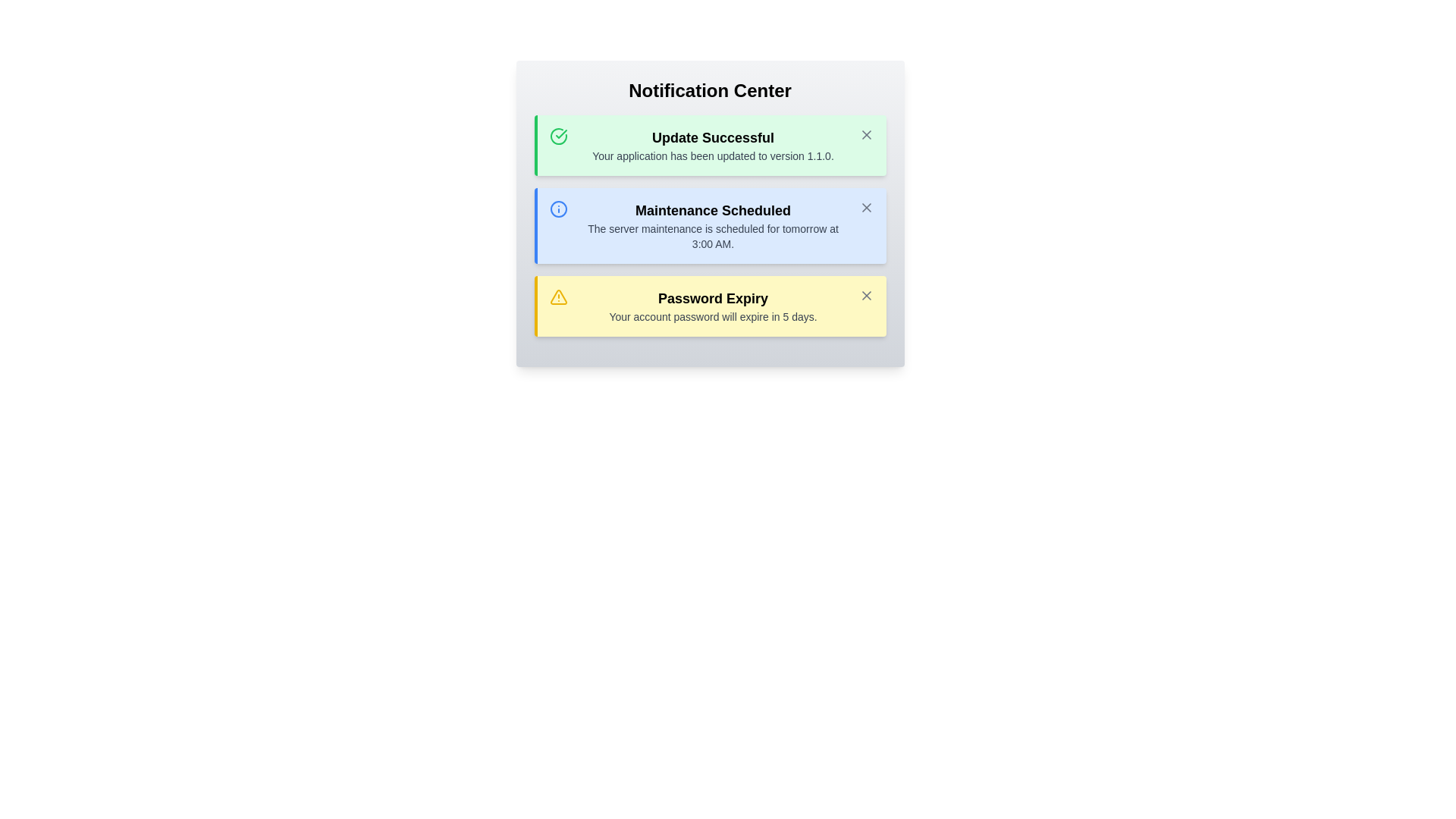  What do you see at coordinates (712, 137) in the screenshot?
I see `the 'Update Successful' text label at the top of the notification list in the Notification Center to provide immediate feedback to the user about the action` at bounding box center [712, 137].